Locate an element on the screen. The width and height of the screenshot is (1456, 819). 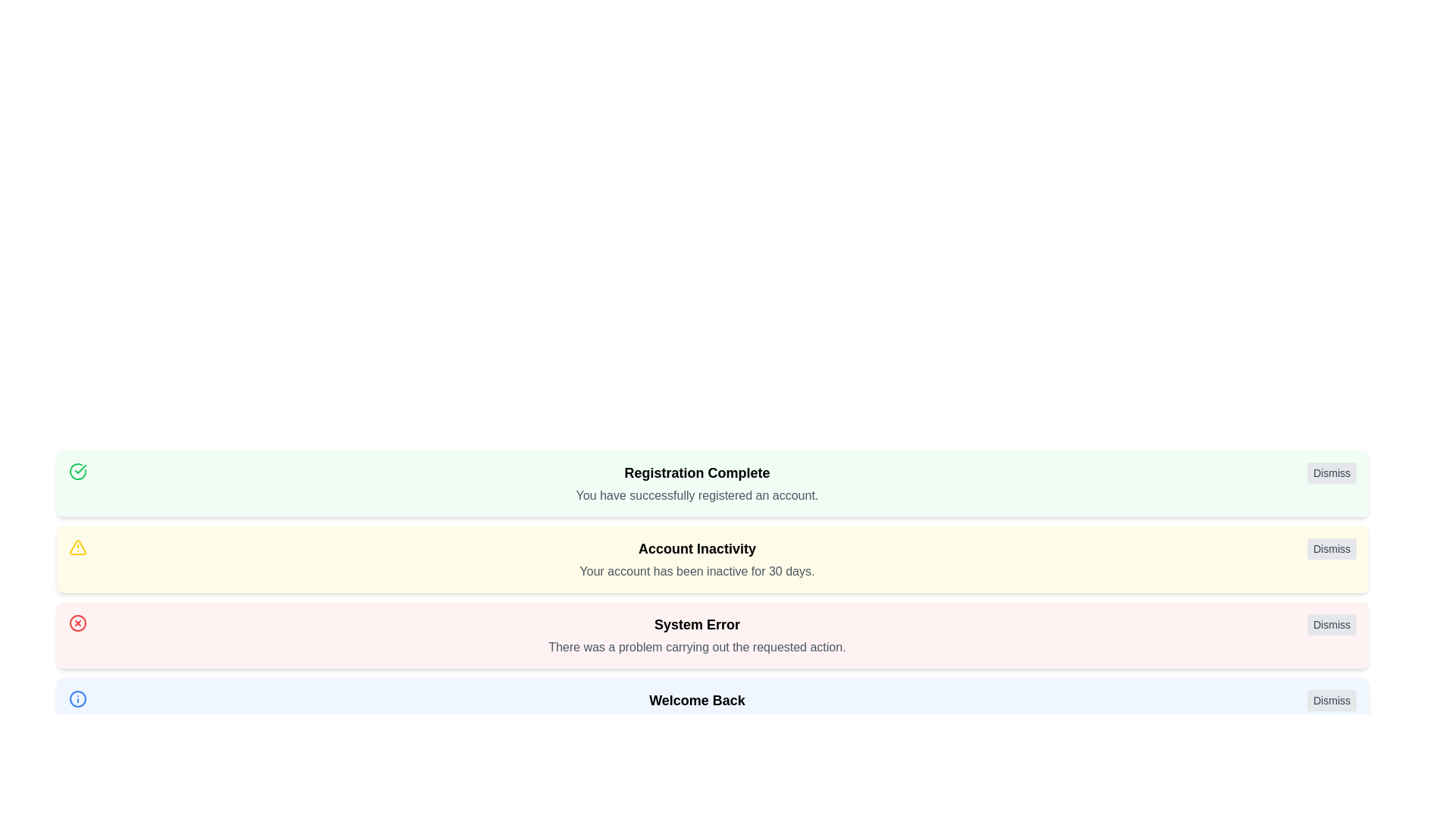
the warning icon located on the second horizontal notification bar from the top, positioned to the left within its bar, to acknowledge the warning is located at coordinates (77, 547).